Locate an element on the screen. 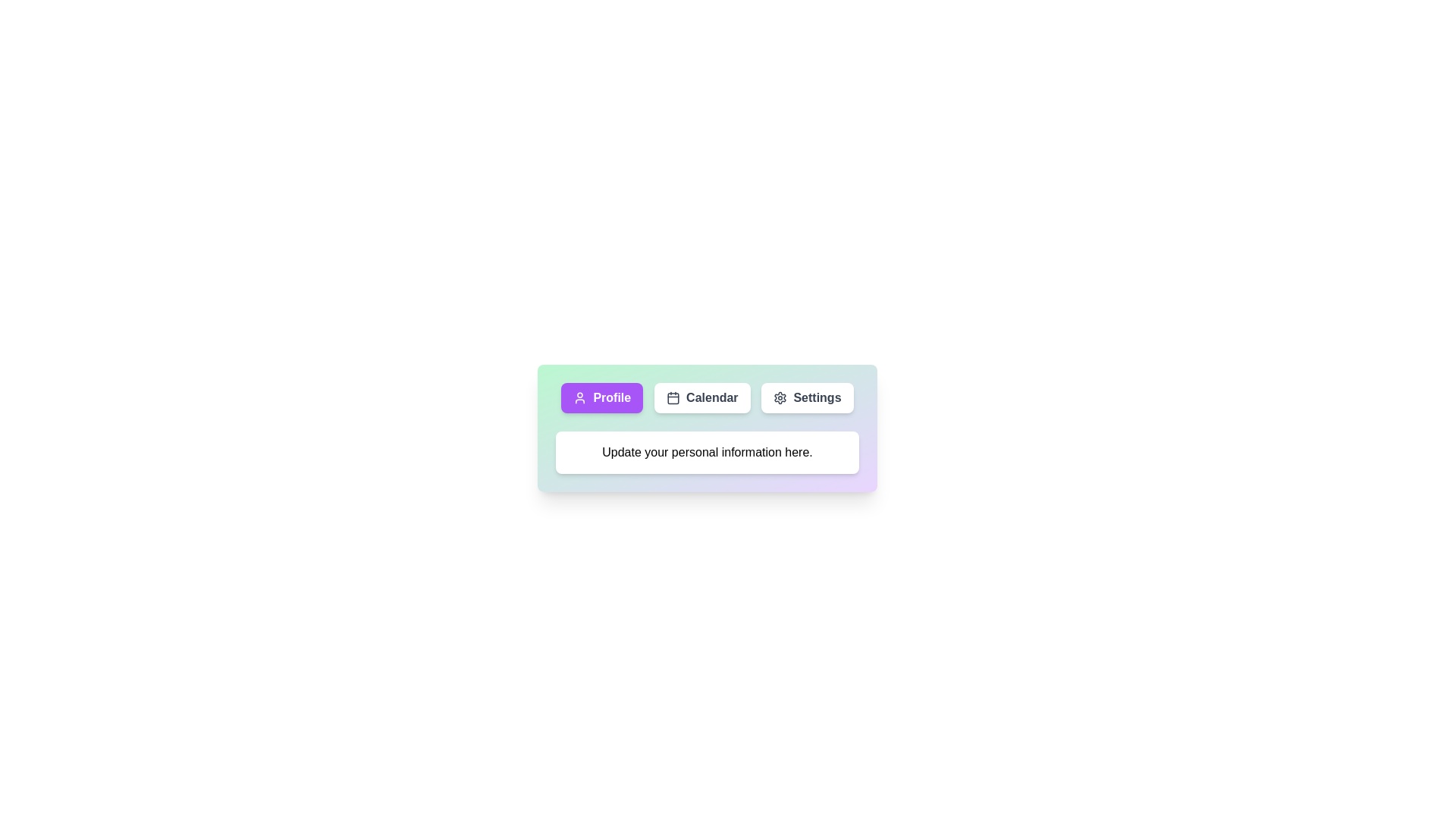  the gear-shaped icon representing settings, located to the far right of the horizontal menu containing 'Profile' and 'Calendar' buttons is located at coordinates (780, 397).